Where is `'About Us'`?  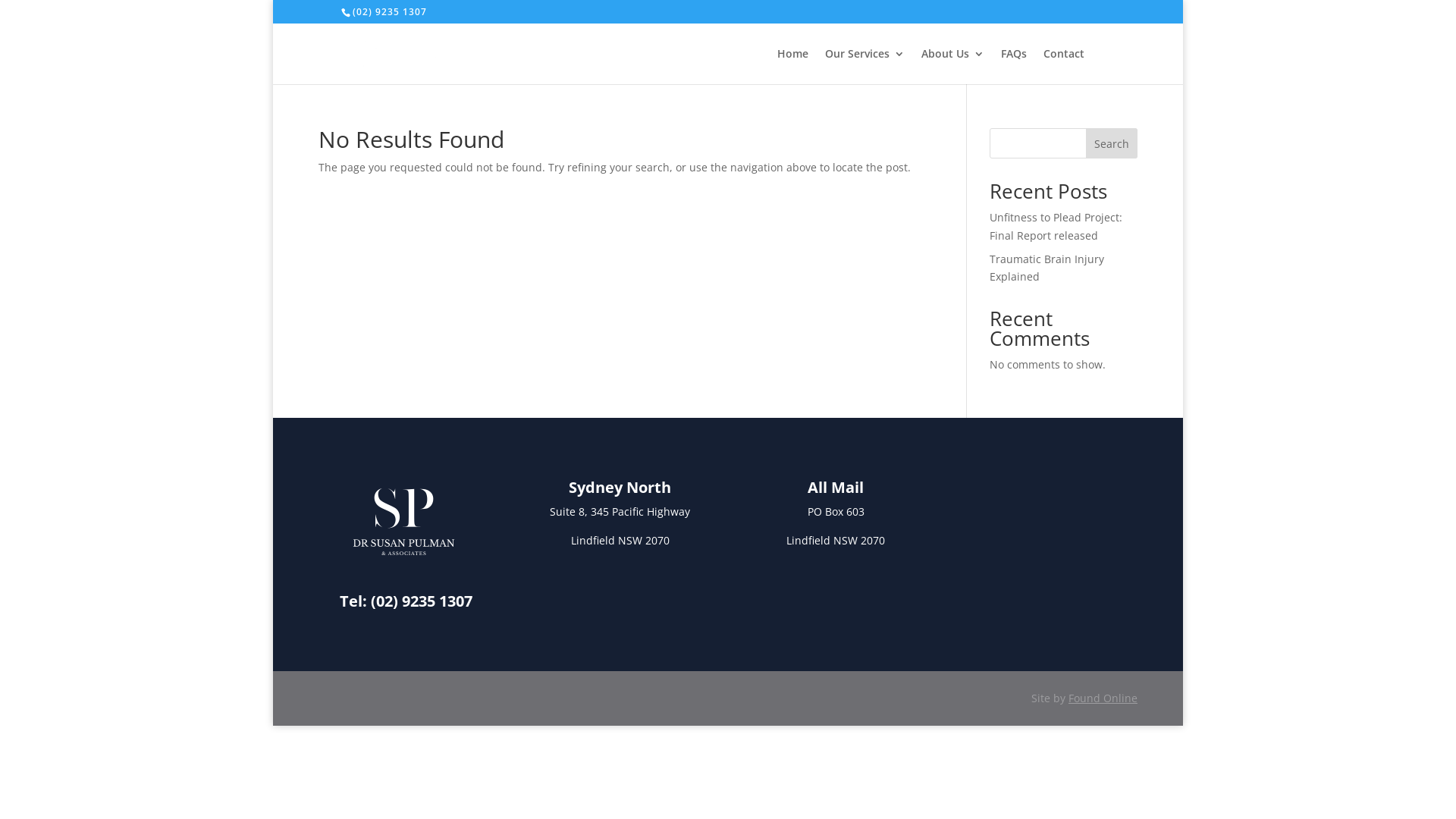 'About Us' is located at coordinates (952, 65).